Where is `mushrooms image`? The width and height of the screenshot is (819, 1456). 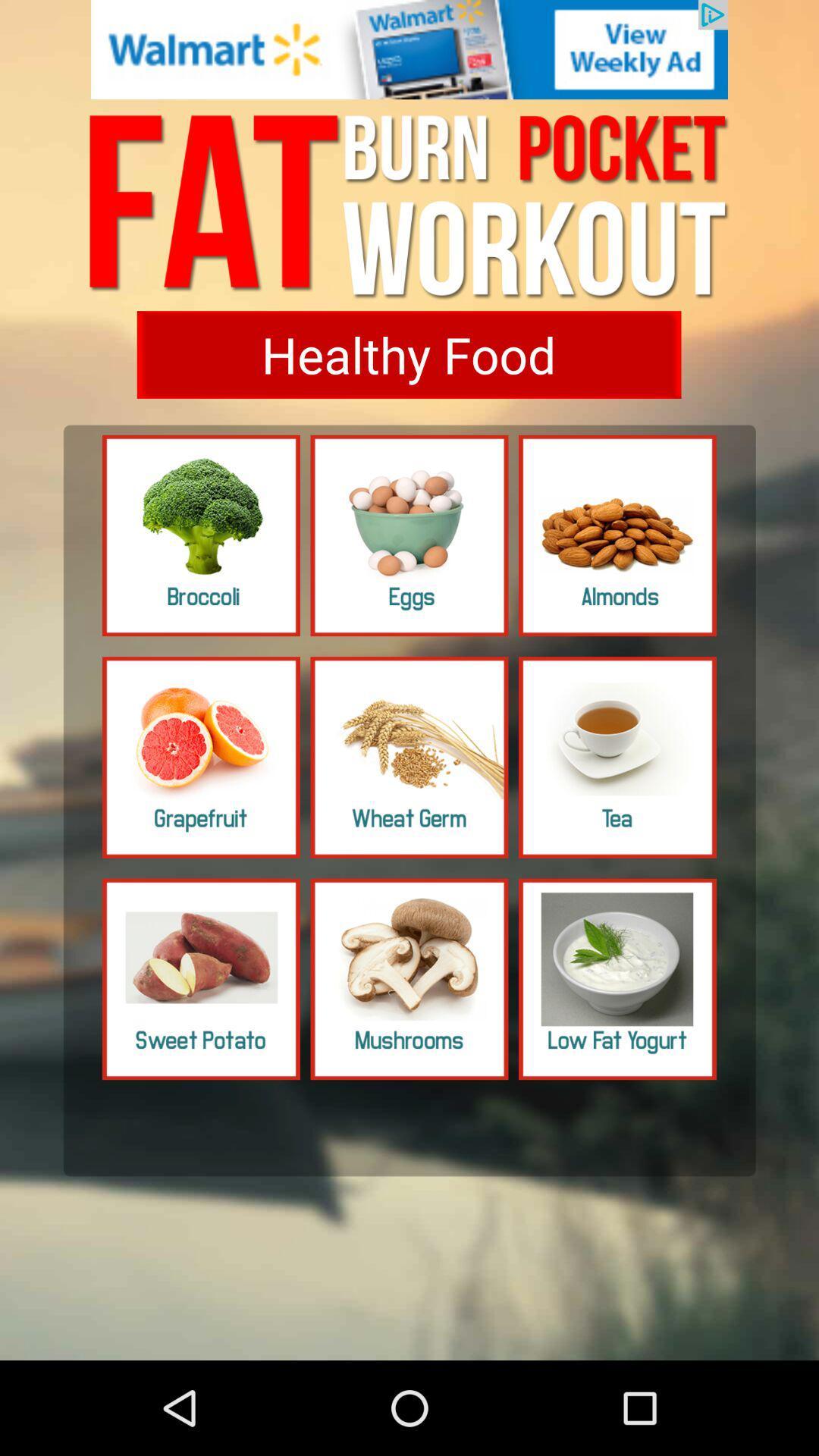 mushrooms image is located at coordinates (409, 979).